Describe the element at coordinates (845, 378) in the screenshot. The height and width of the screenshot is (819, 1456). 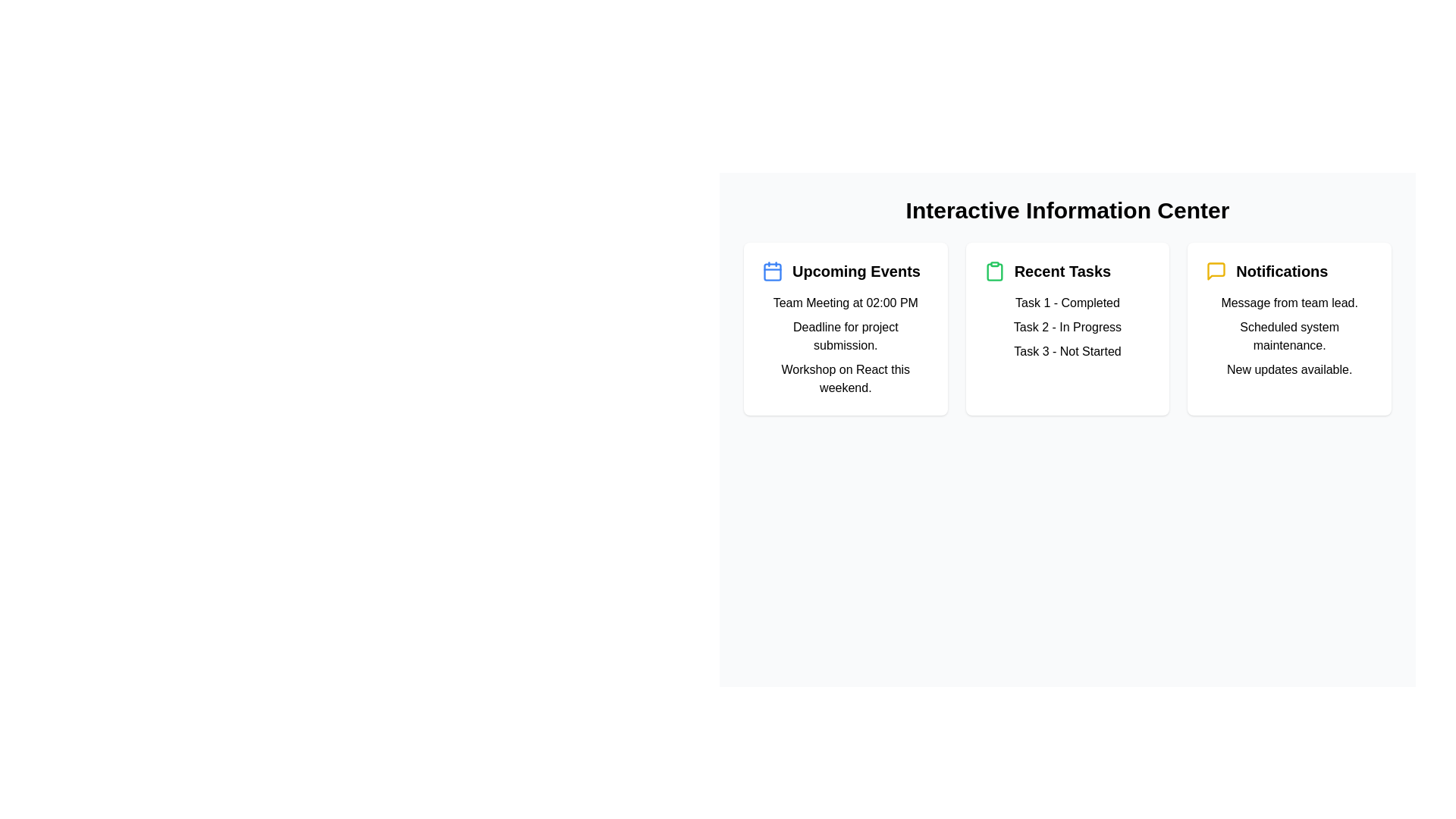
I see `the third line of static text in the 'Upcoming Events' section that informs the user about an upcoming event` at that location.